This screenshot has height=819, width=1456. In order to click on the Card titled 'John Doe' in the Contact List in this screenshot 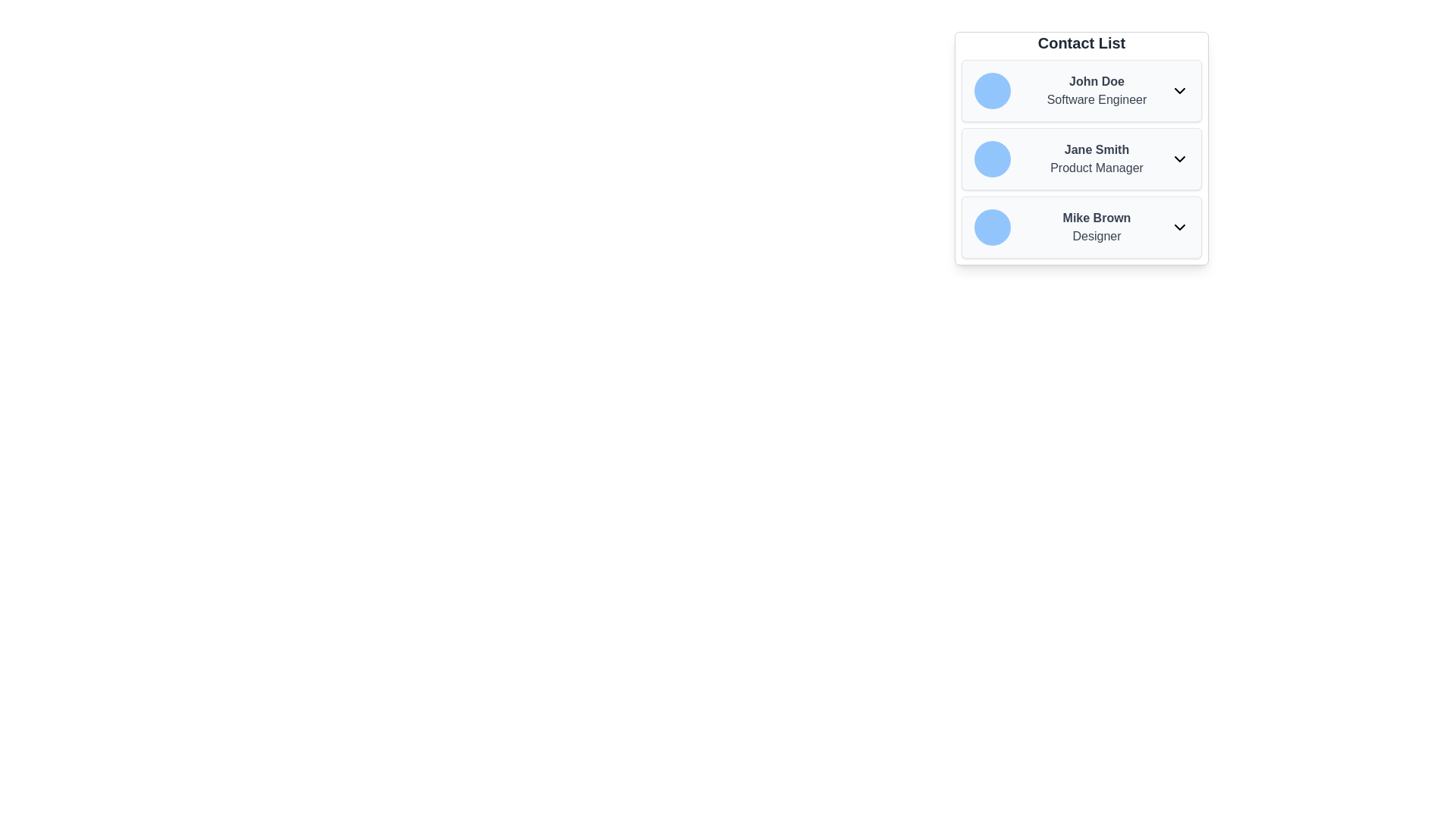, I will do `click(1081, 90)`.